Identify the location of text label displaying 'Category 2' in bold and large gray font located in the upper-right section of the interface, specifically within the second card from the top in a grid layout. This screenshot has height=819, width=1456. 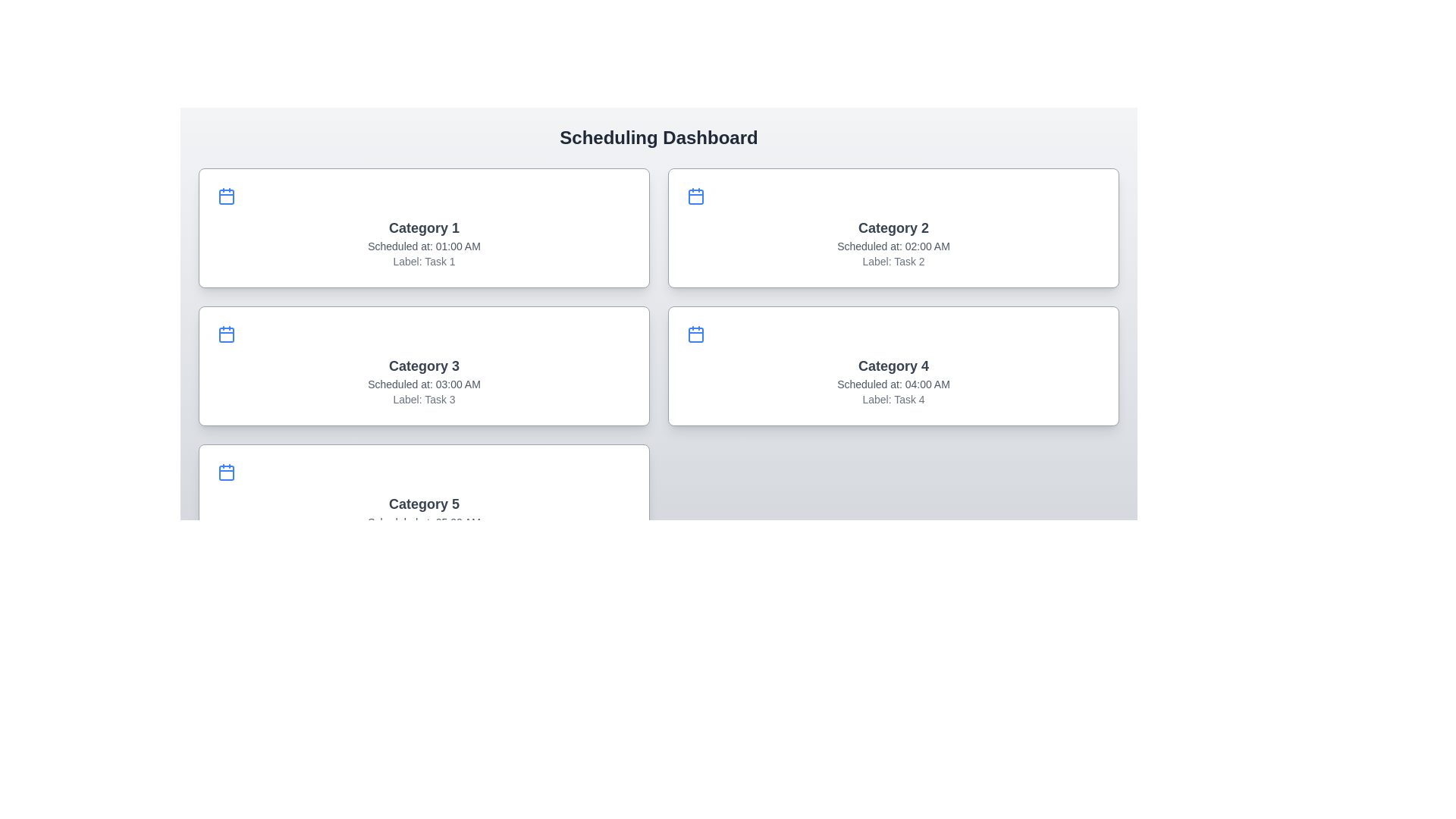
(893, 227).